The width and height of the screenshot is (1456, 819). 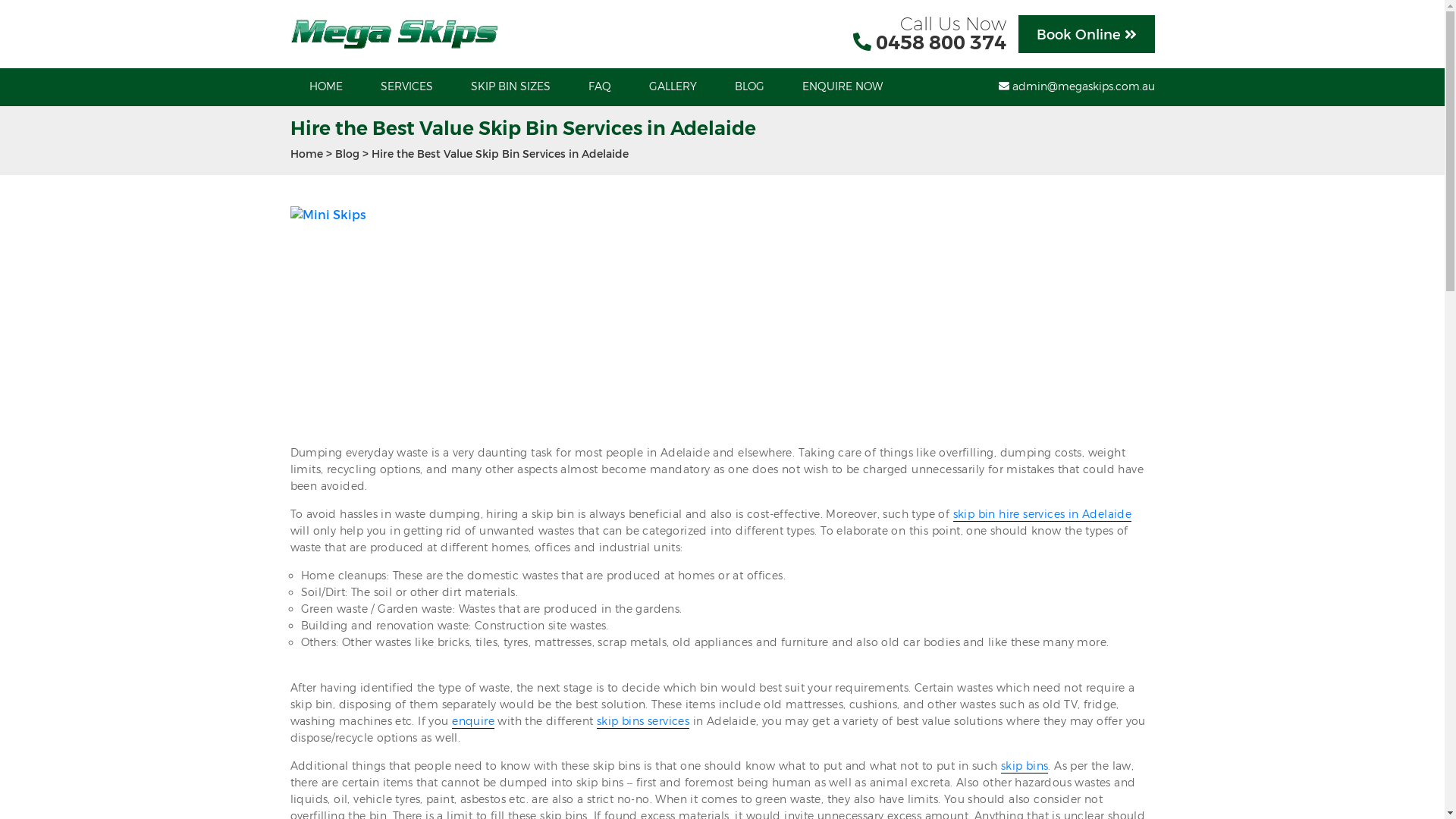 What do you see at coordinates (1025, 766) in the screenshot?
I see `'skip bins'` at bounding box center [1025, 766].